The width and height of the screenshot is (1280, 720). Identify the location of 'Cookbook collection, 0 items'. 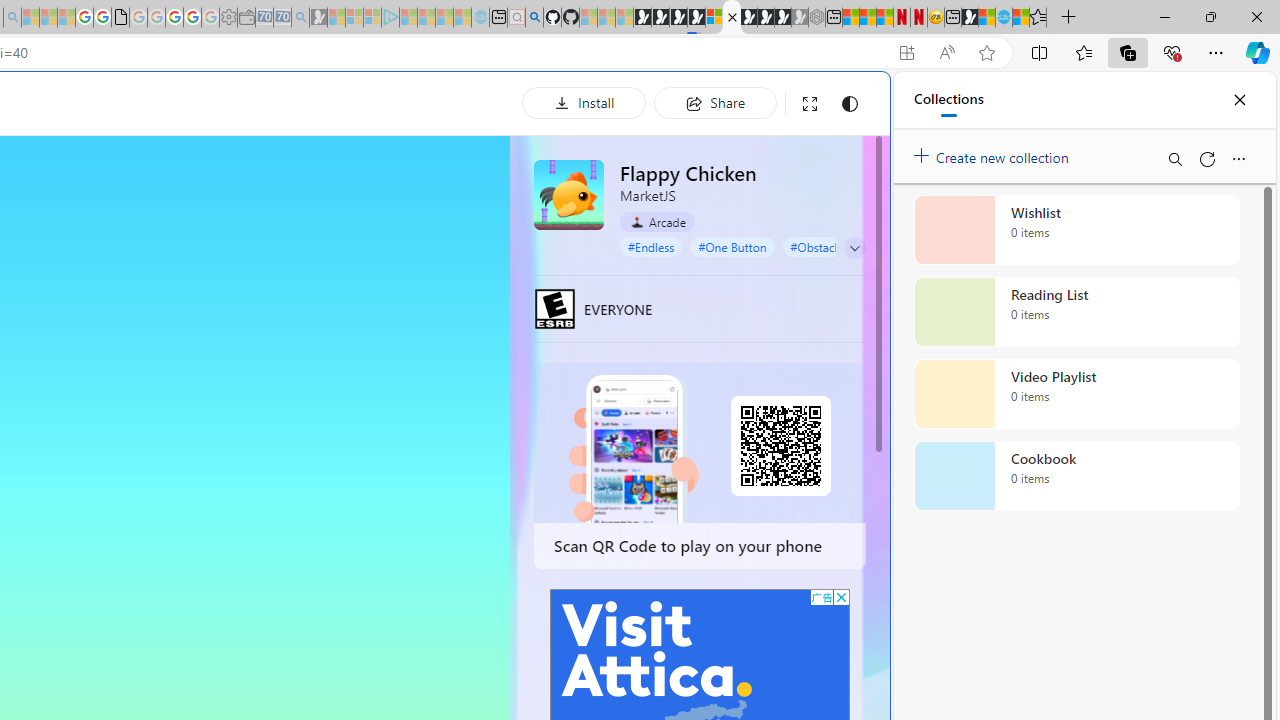
(1076, 475).